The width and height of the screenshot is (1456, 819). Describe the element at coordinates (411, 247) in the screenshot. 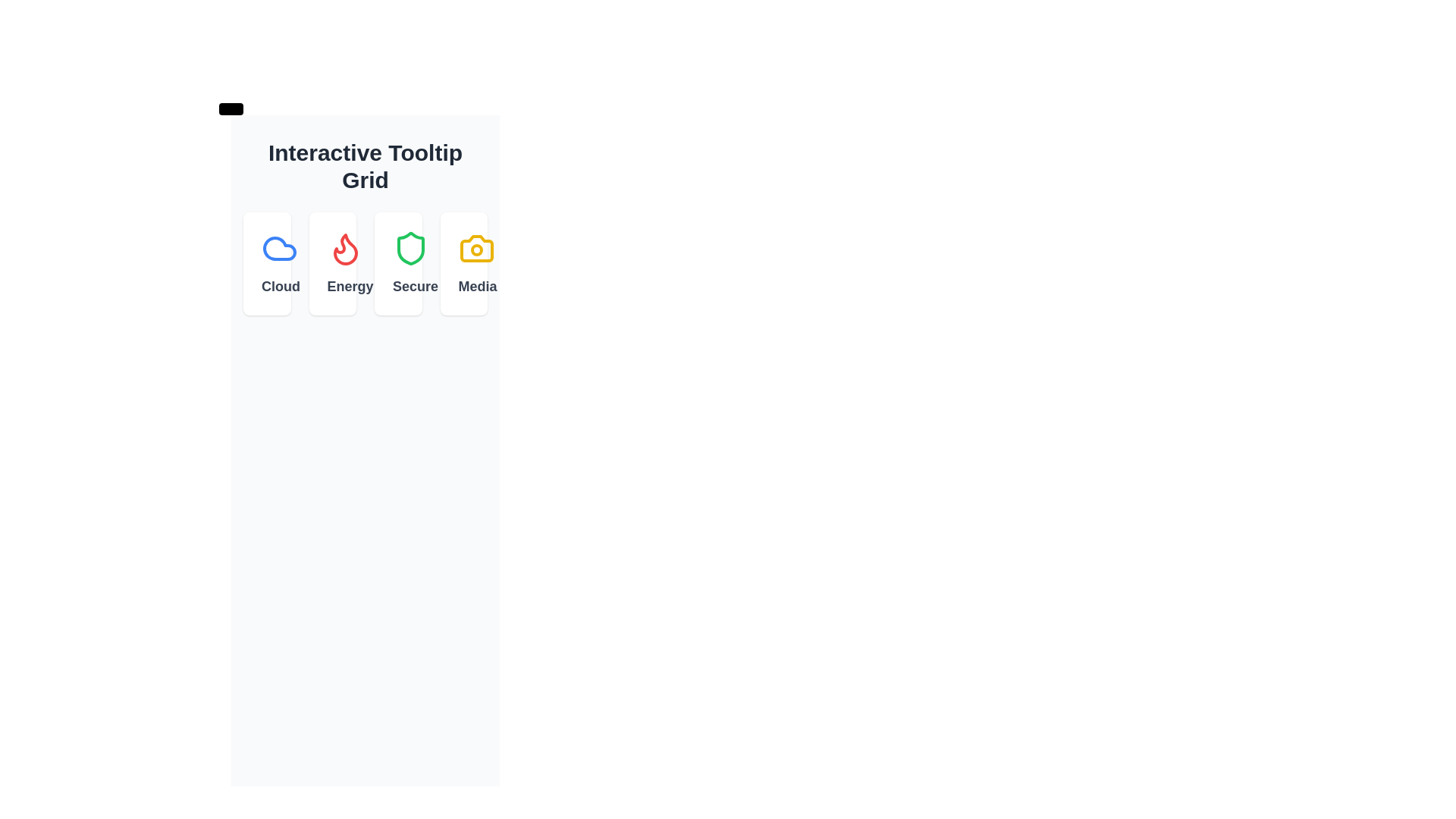

I see `the stylized green shield icon located in the 'Secure' section of the interface, which is positioned between the 'Energy' and 'Media' sections` at that location.